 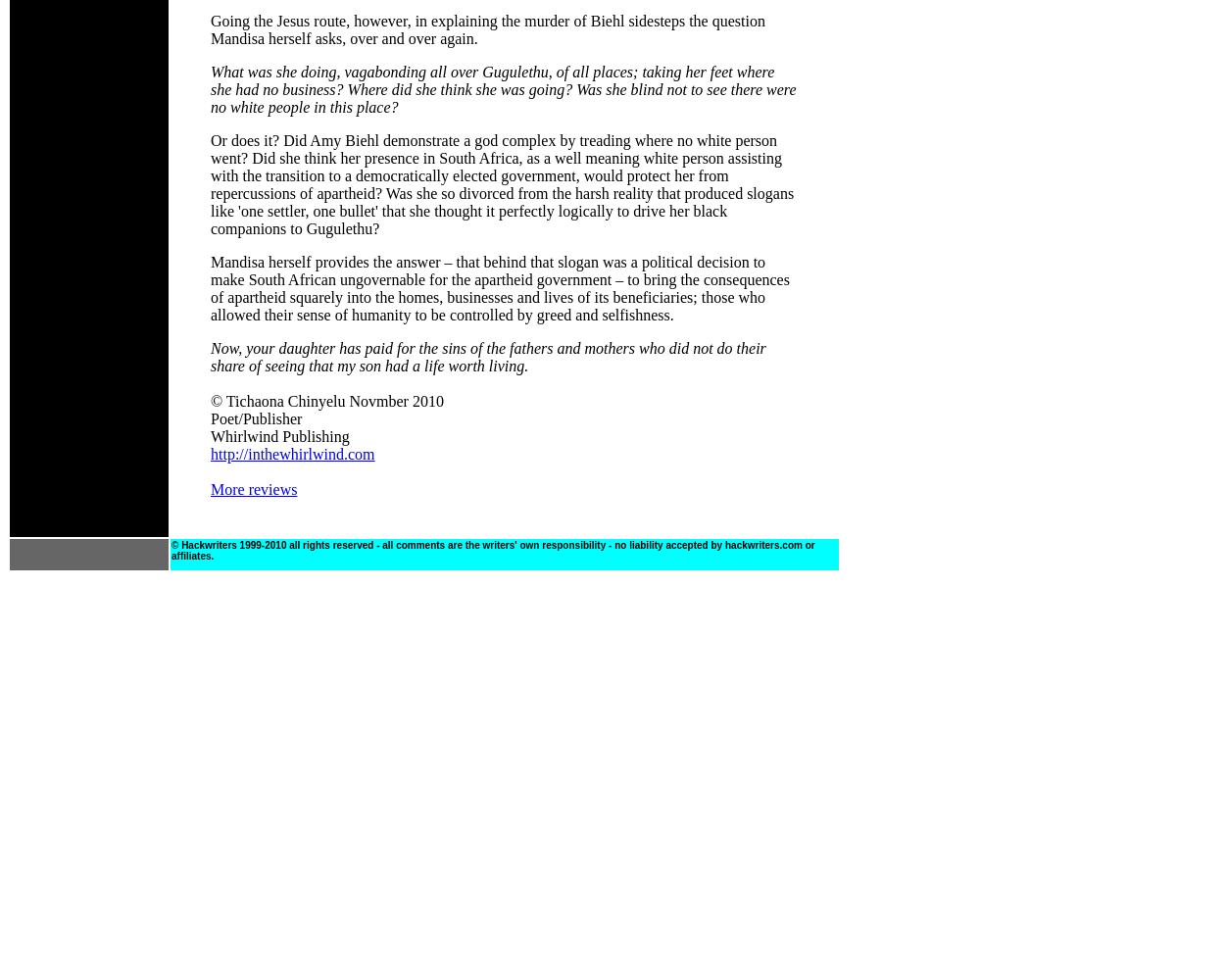 I want to click on 'Poet/Publisher', so click(x=256, y=418).